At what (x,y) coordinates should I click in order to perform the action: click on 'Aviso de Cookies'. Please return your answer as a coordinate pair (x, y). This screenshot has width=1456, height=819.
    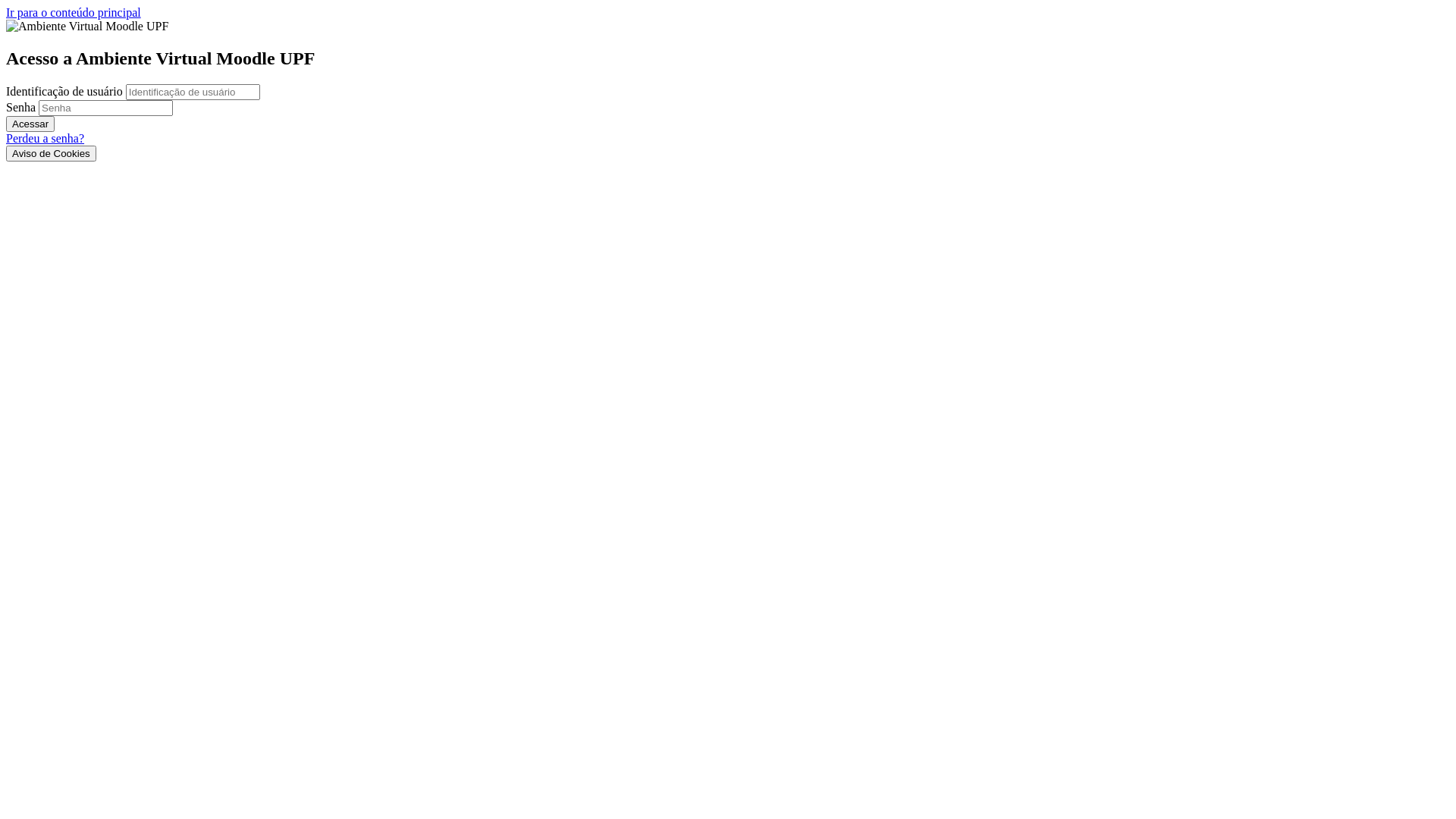
    Looking at the image, I should click on (51, 153).